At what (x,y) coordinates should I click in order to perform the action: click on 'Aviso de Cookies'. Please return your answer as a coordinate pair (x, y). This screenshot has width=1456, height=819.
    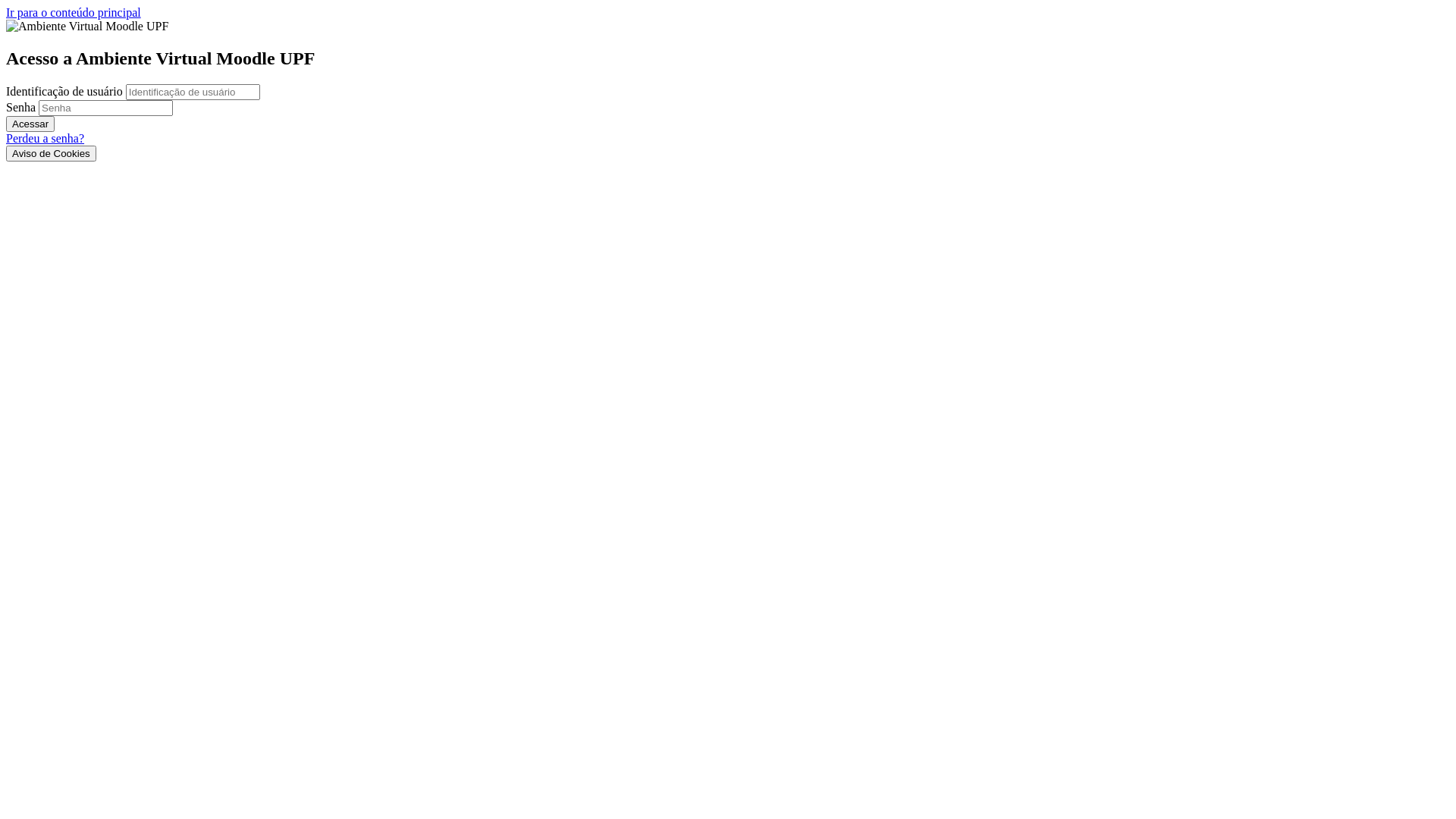
    Looking at the image, I should click on (51, 153).